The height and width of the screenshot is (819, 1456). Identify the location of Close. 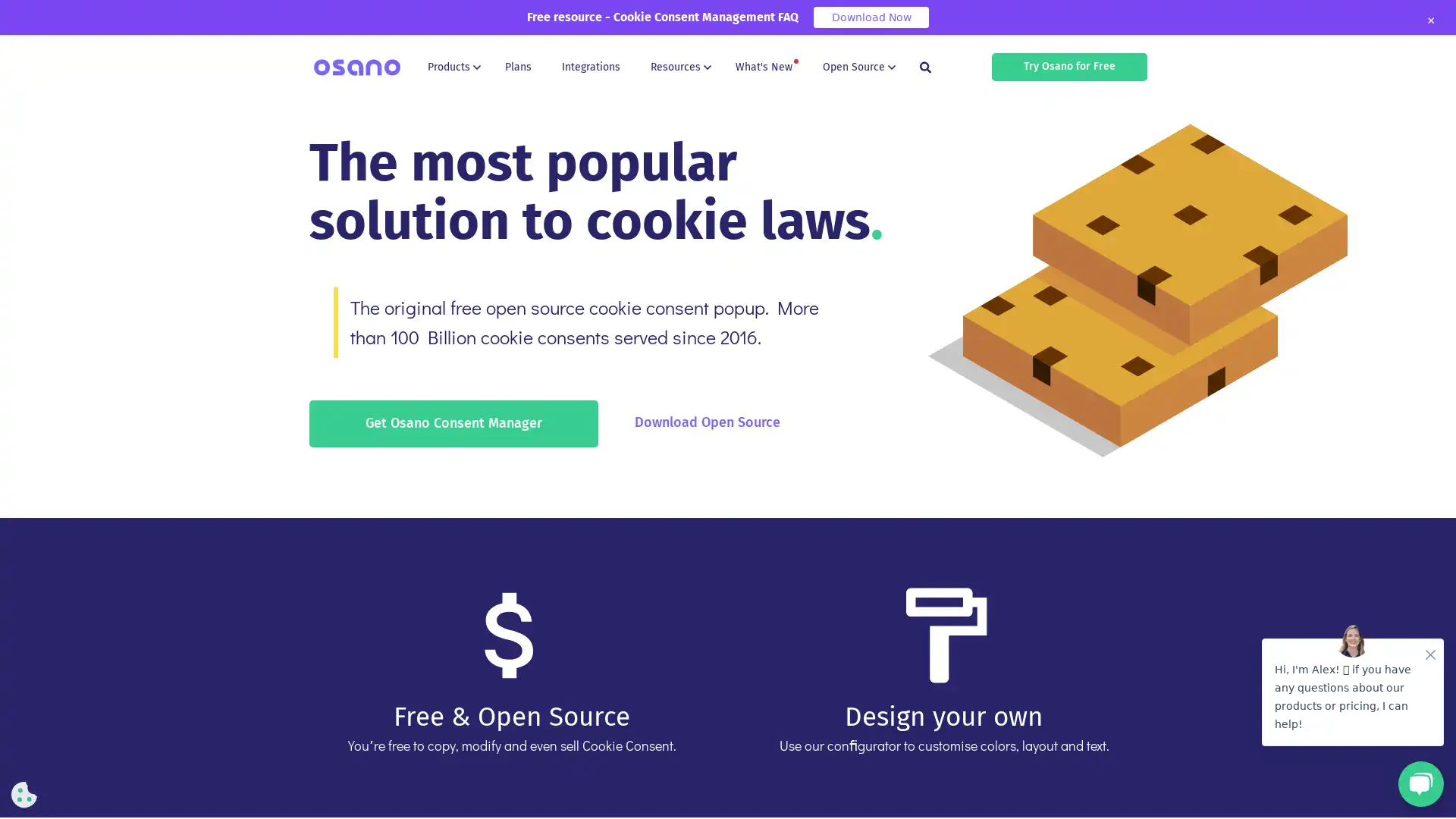
(1429, 20).